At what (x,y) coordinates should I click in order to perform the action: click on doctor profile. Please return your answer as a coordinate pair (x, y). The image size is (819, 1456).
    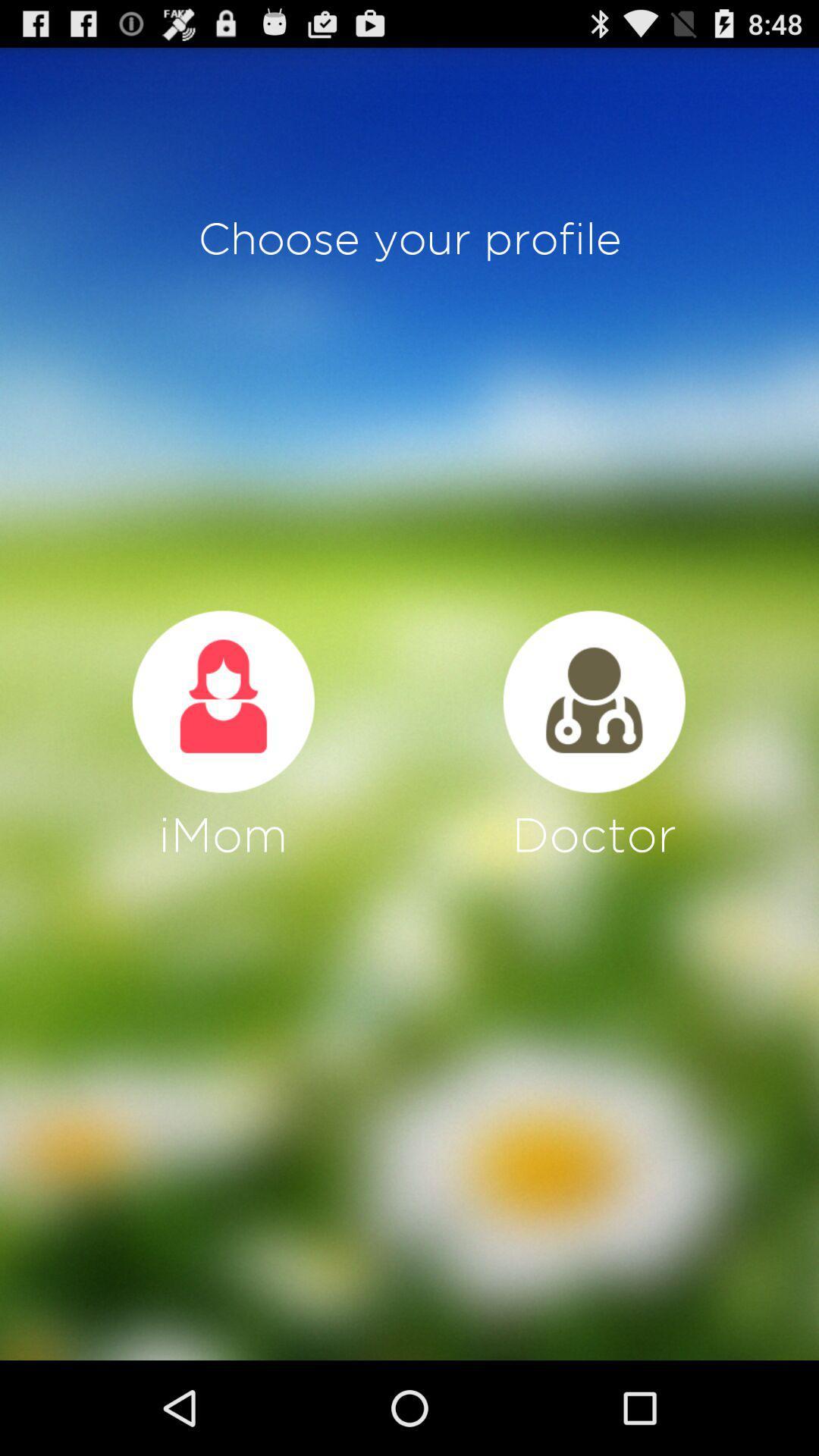
    Looking at the image, I should click on (593, 701).